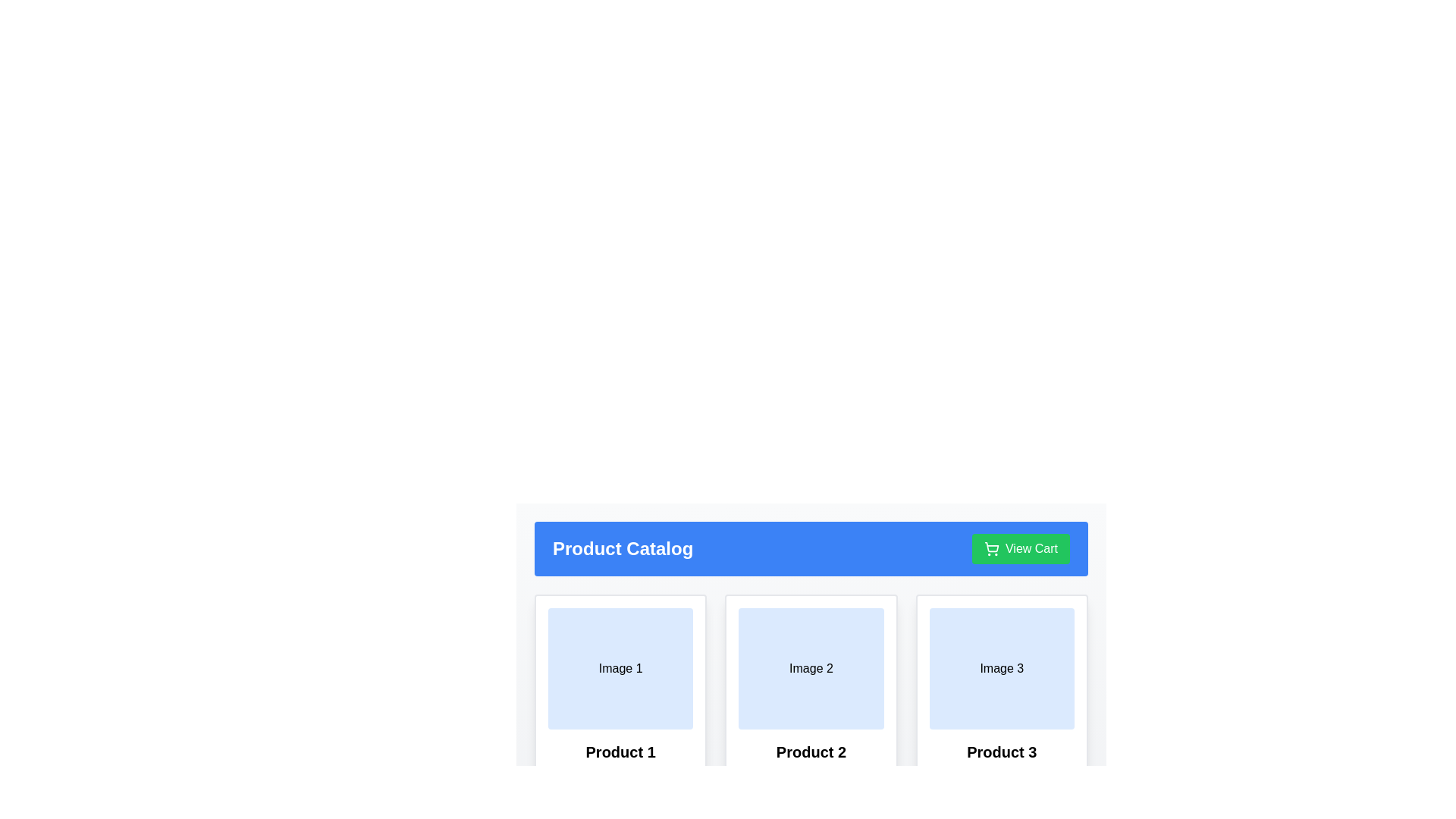 The width and height of the screenshot is (1456, 819). Describe the element at coordinates (811, 626) in the screenshot. I see `the second product card in the product catalog` at that location.